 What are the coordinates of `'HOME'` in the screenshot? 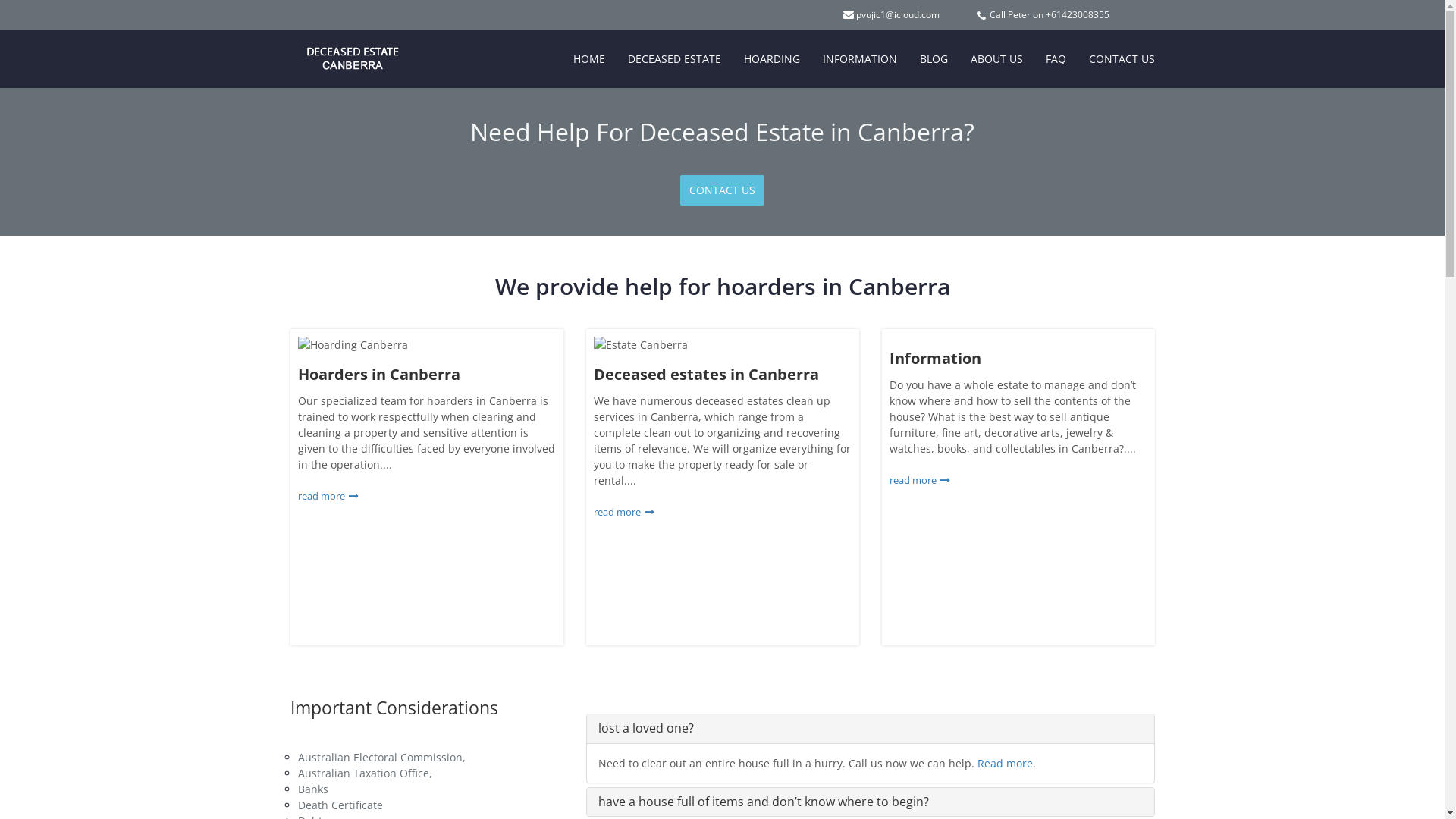 It's located at (588, 58).